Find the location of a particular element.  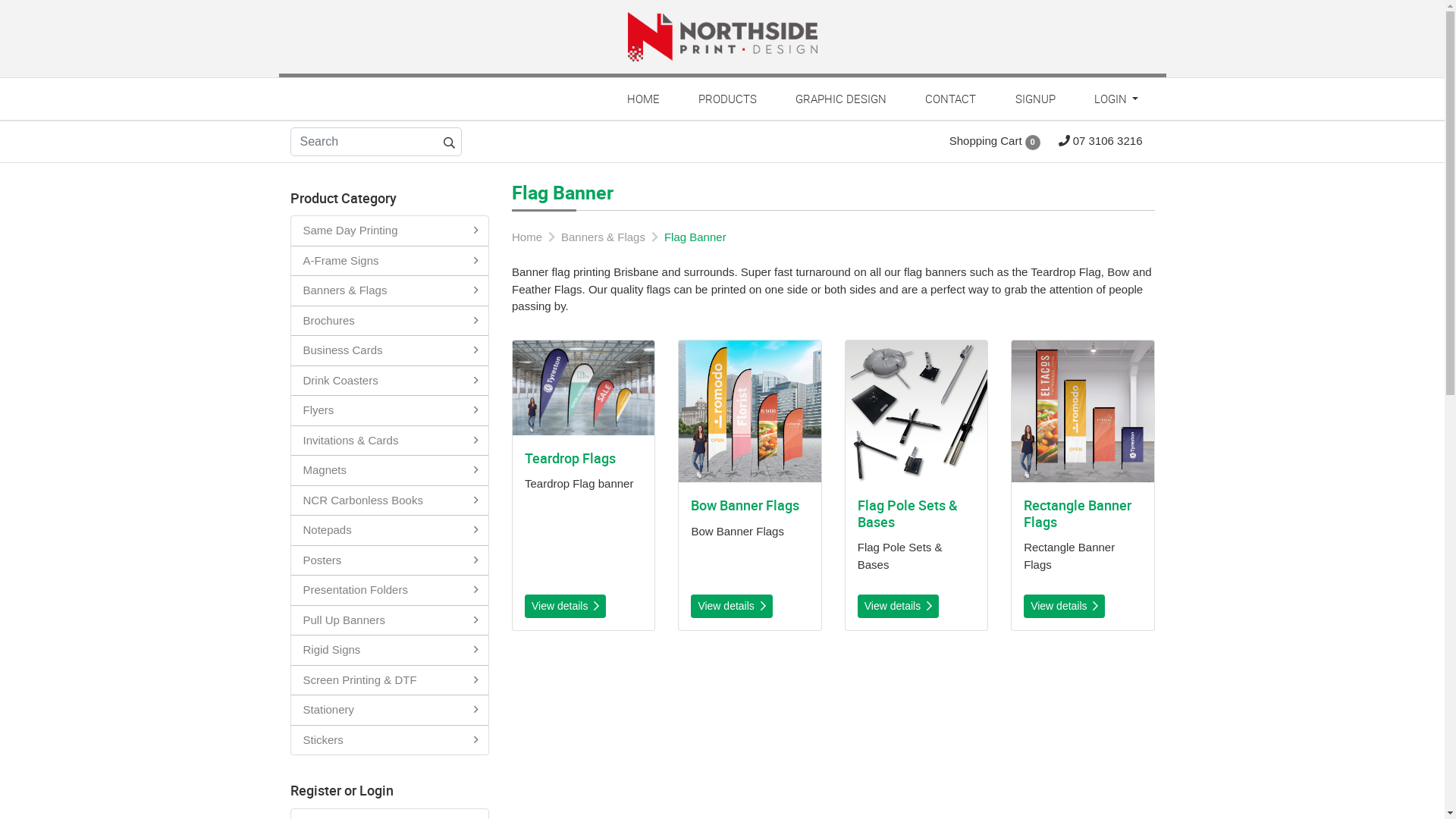

'Rigid Signs' is located at coordinates (390, 649).